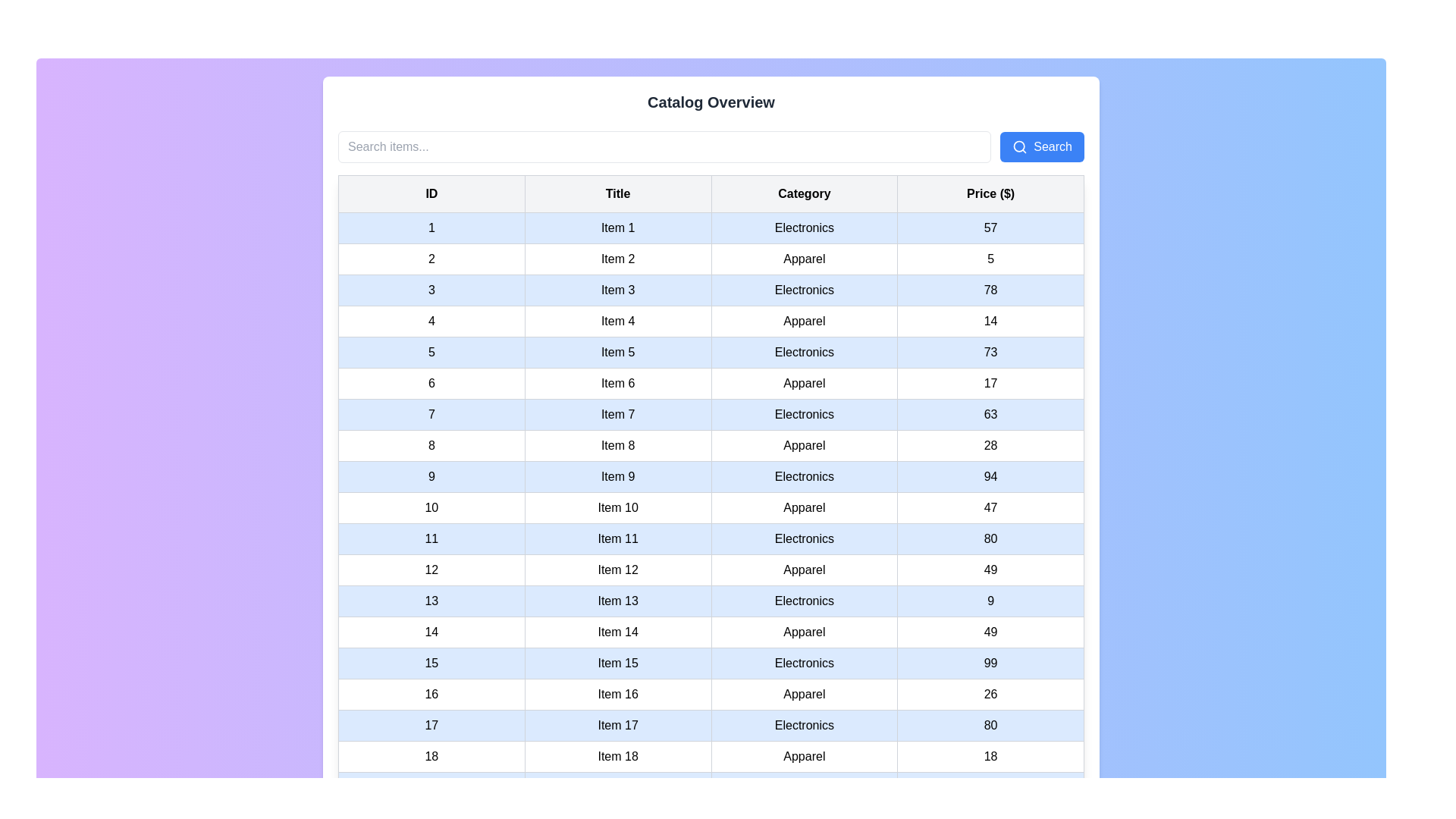 The height and width of the screenshot is (819, 1456). Describe the element at coordinates (618, 724) in the screenshot. I see `the table cell containing the text 'Item 17', which is styled with a blue background and is the second cell in the row labeled '17'` at that location.